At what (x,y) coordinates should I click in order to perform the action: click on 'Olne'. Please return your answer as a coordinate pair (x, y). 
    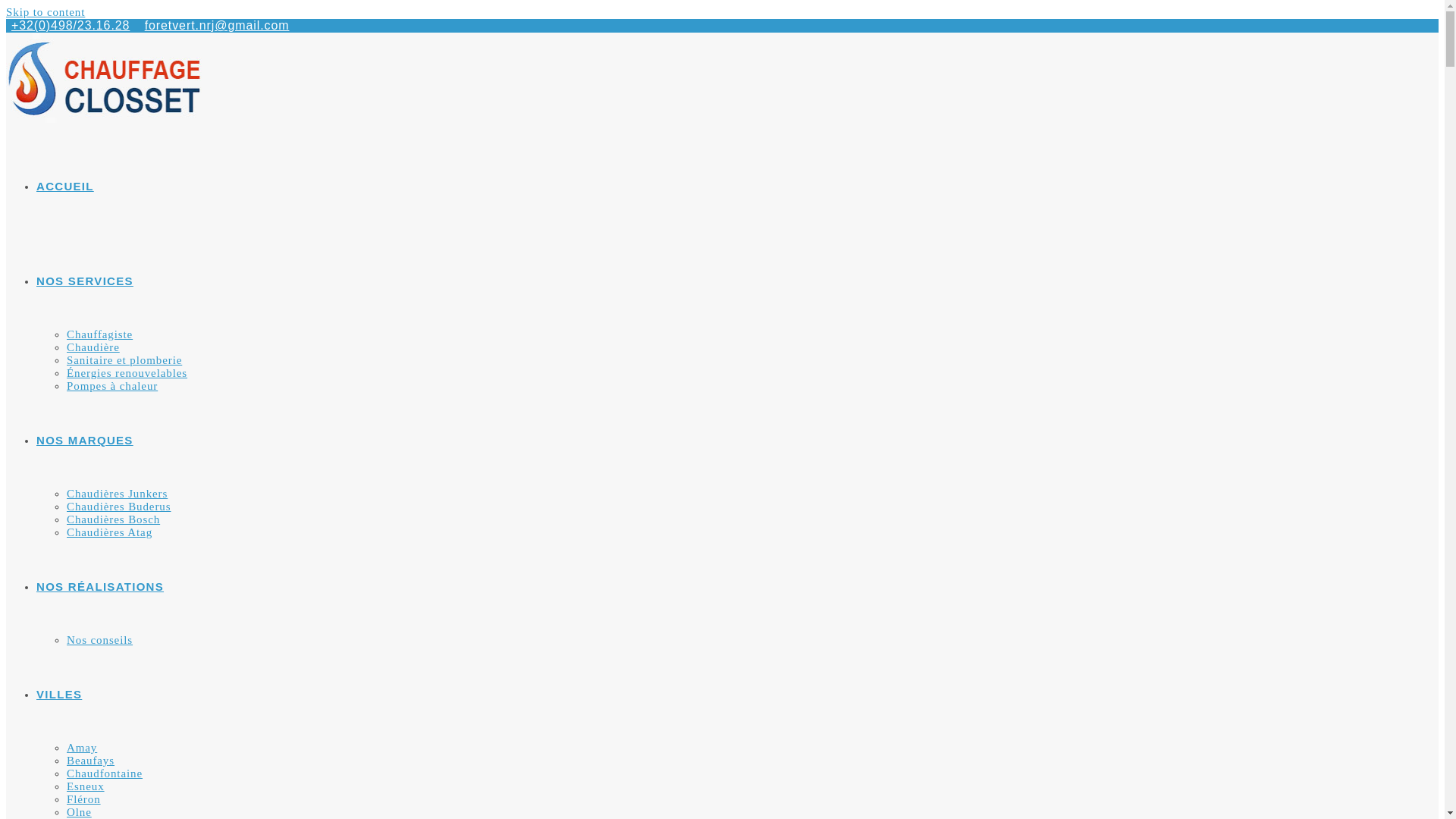
    Looking at the image, I should click on (78, 811).